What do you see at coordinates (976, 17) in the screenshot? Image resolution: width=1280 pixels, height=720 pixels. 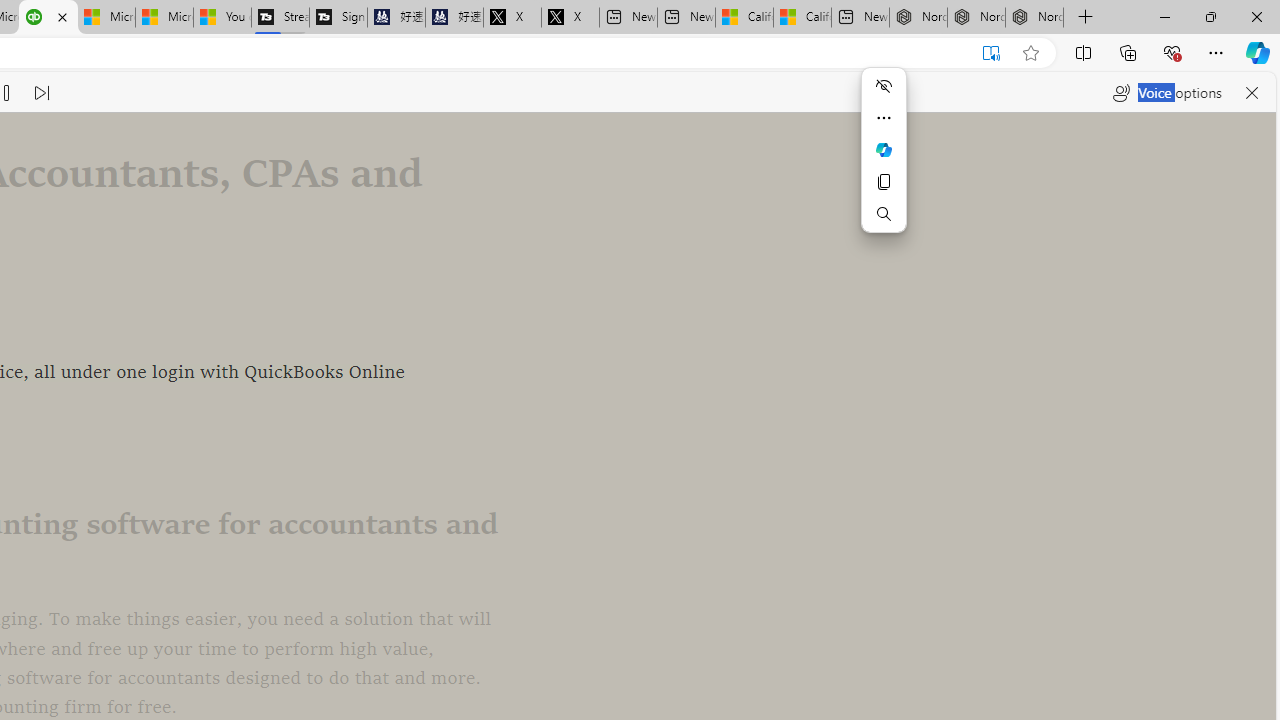 I see `'Nordace Siena Pro 15 Backpack'` at bounding box center [976, 17].